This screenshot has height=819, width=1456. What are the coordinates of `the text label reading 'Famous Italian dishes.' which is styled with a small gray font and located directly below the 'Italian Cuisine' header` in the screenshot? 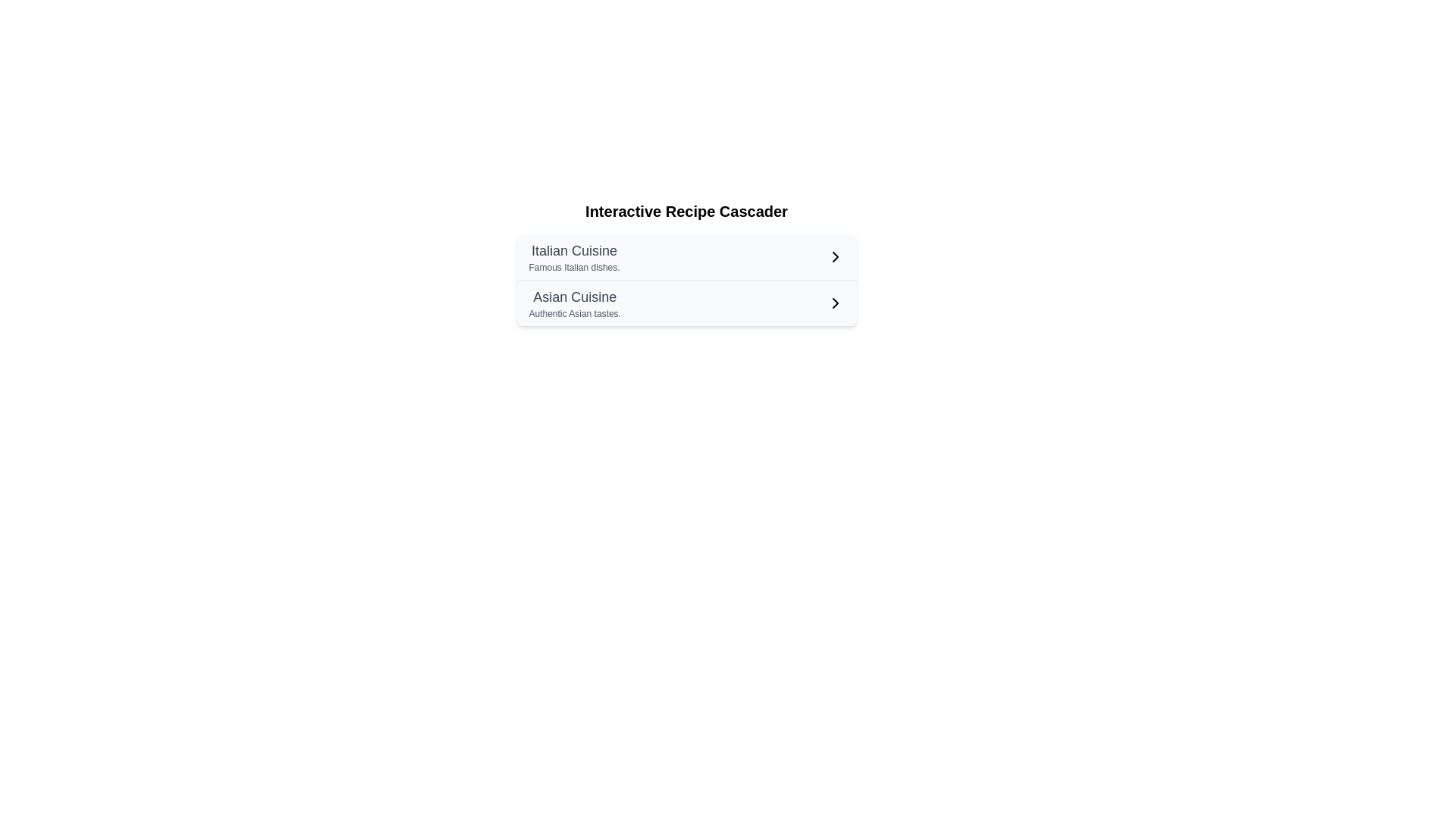 It's located at (573, 267).